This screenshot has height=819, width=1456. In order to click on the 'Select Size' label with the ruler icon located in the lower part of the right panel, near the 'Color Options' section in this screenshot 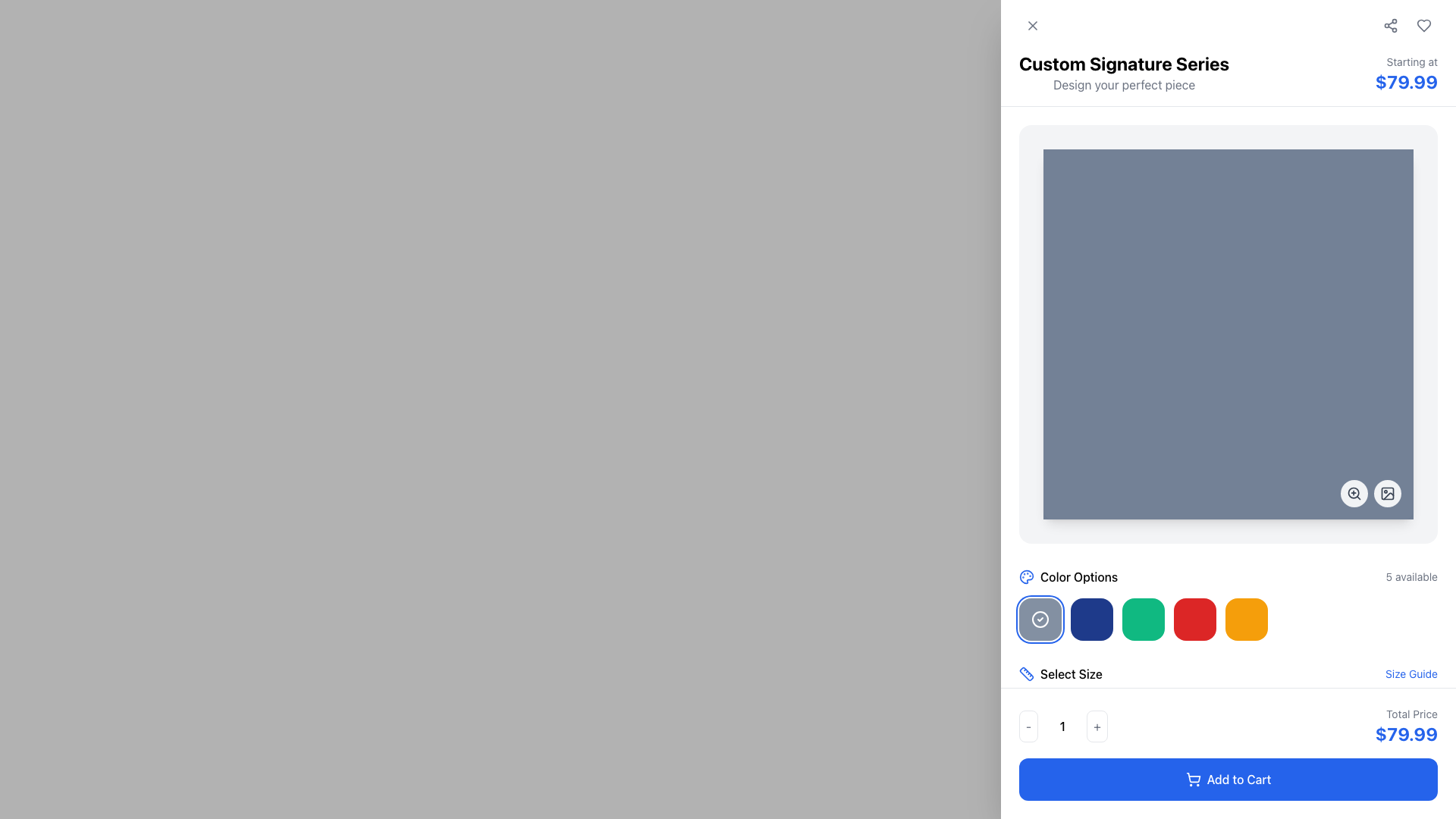, I will do `click(1059, 673)`.